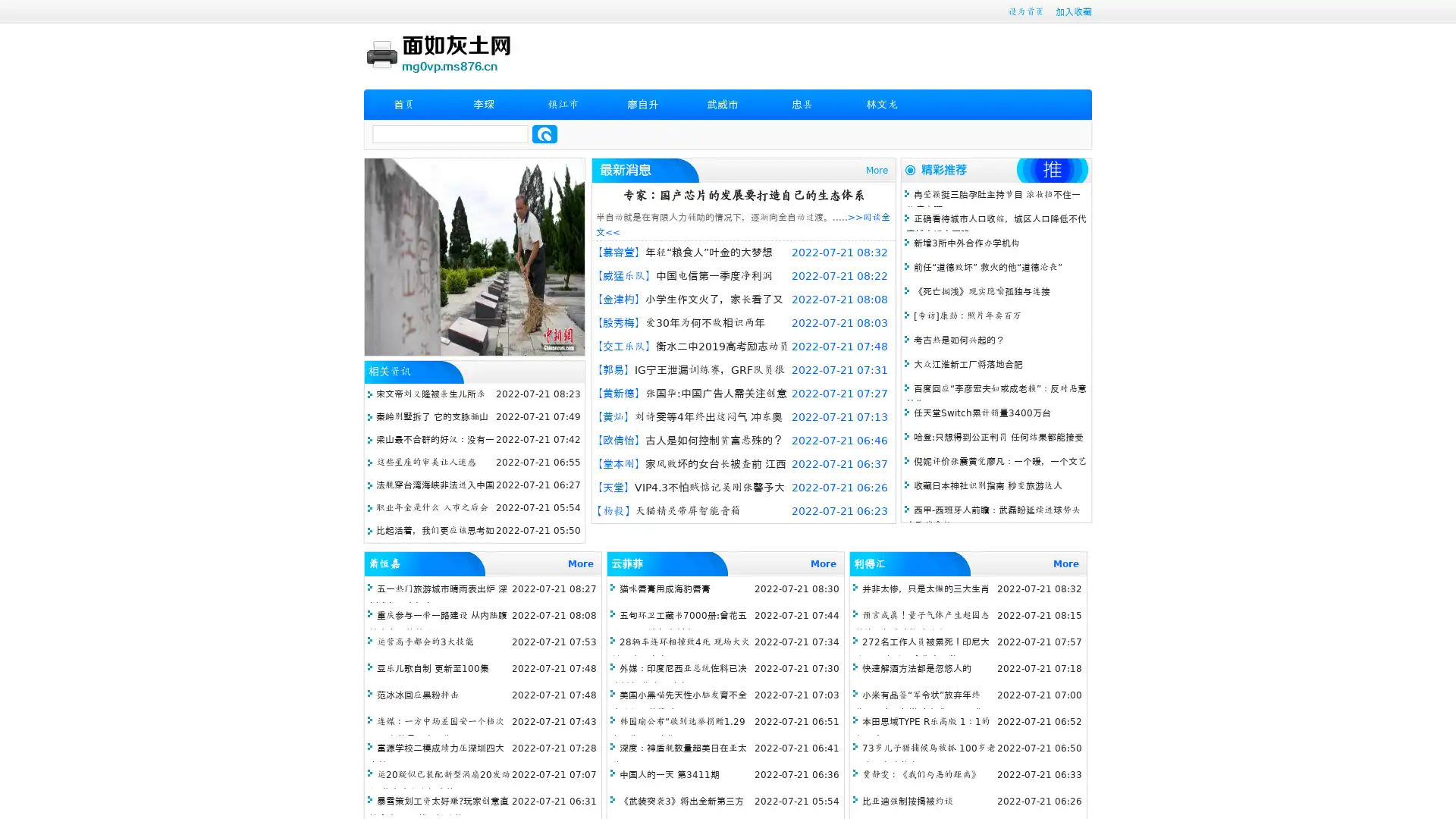 This screenshot has height=819, width=1456. I want to click on Search, so click(544, 133).